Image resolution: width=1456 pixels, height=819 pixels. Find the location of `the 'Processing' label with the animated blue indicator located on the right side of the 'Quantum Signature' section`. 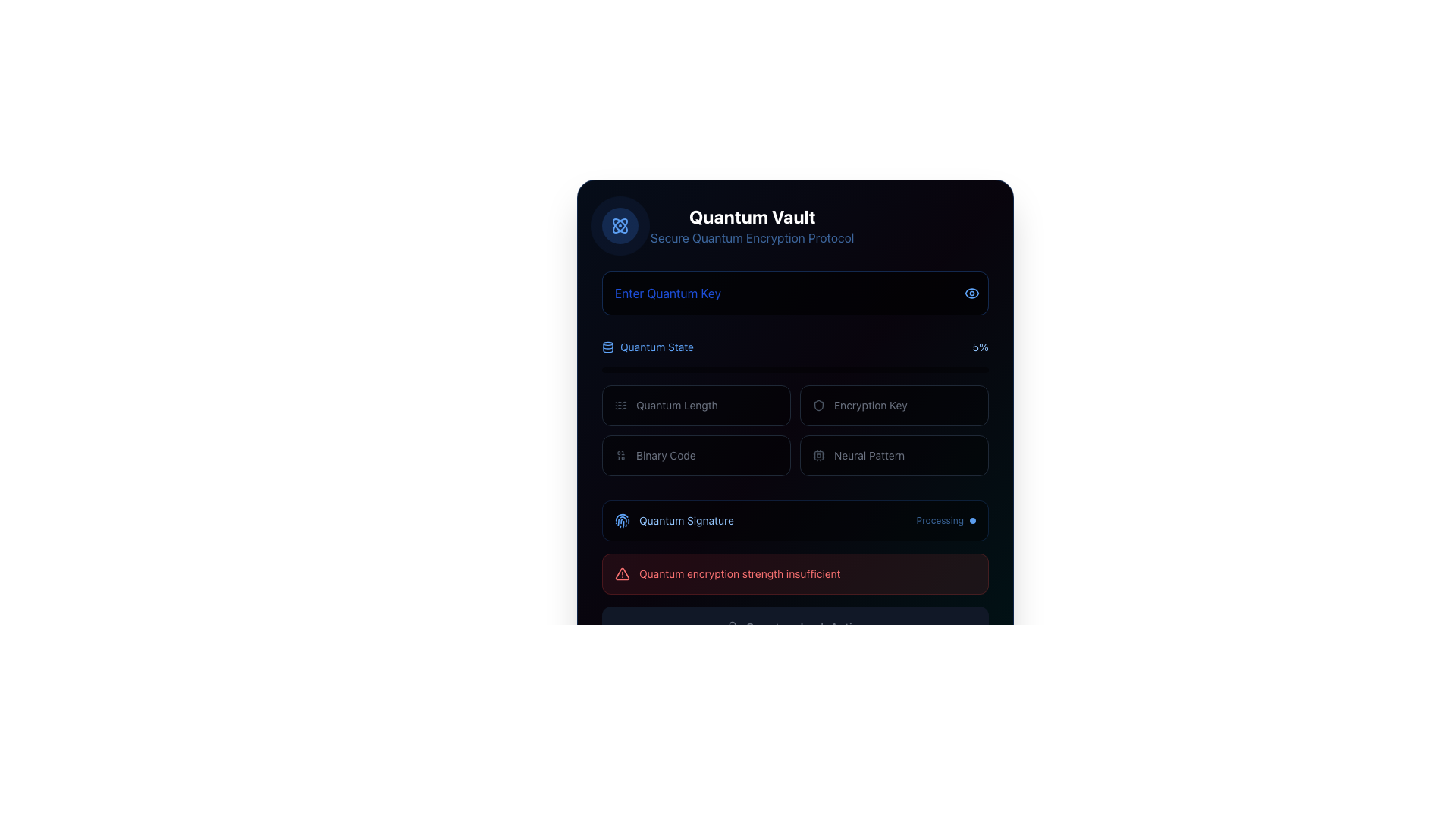

the 'Processing' label with the animated blue indicator located on the right side of the 'Quantum Signature' section is located at coordinates (945, 519).